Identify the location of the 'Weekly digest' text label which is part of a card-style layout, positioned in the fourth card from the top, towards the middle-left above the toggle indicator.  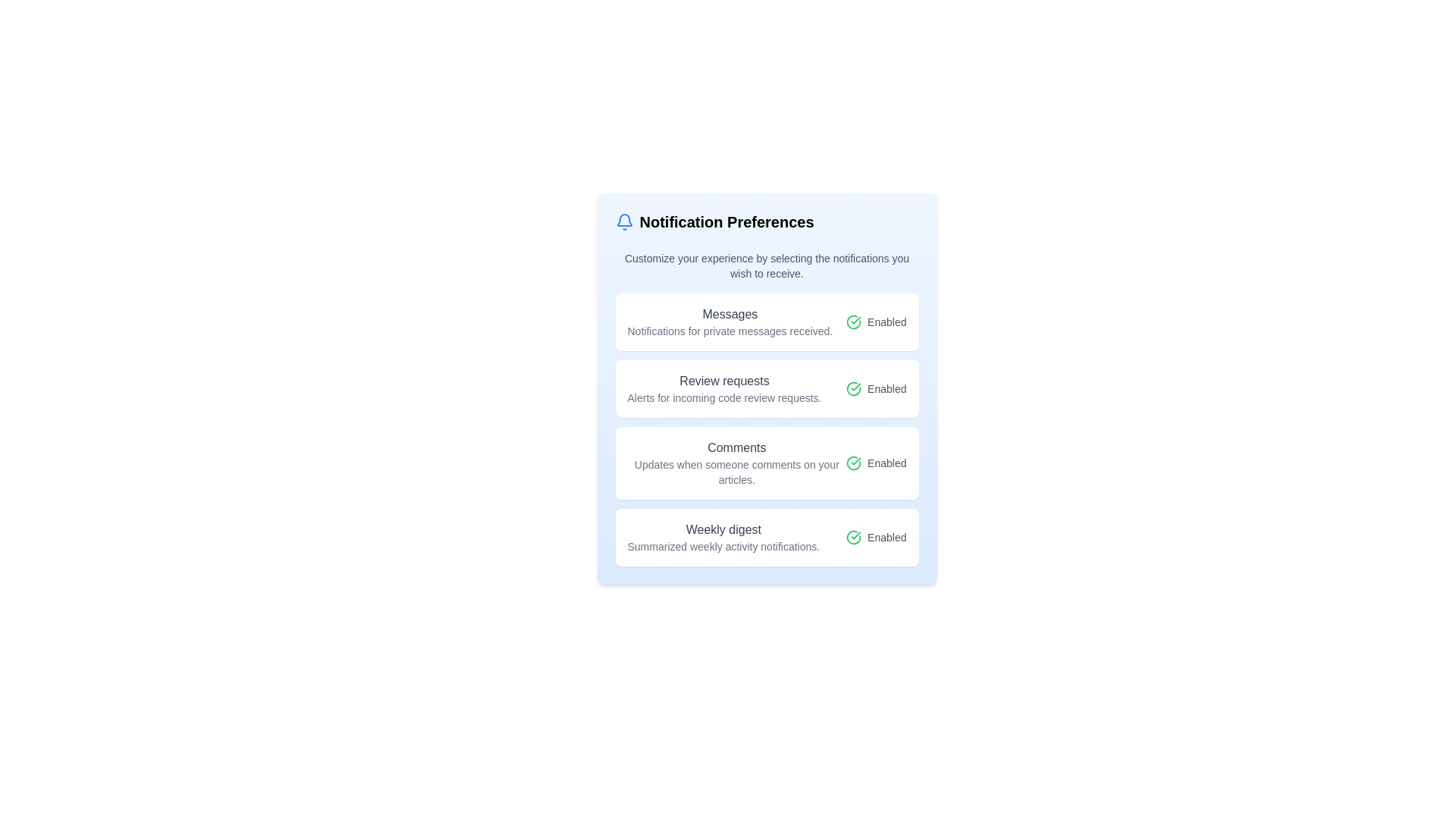
(723, 537).